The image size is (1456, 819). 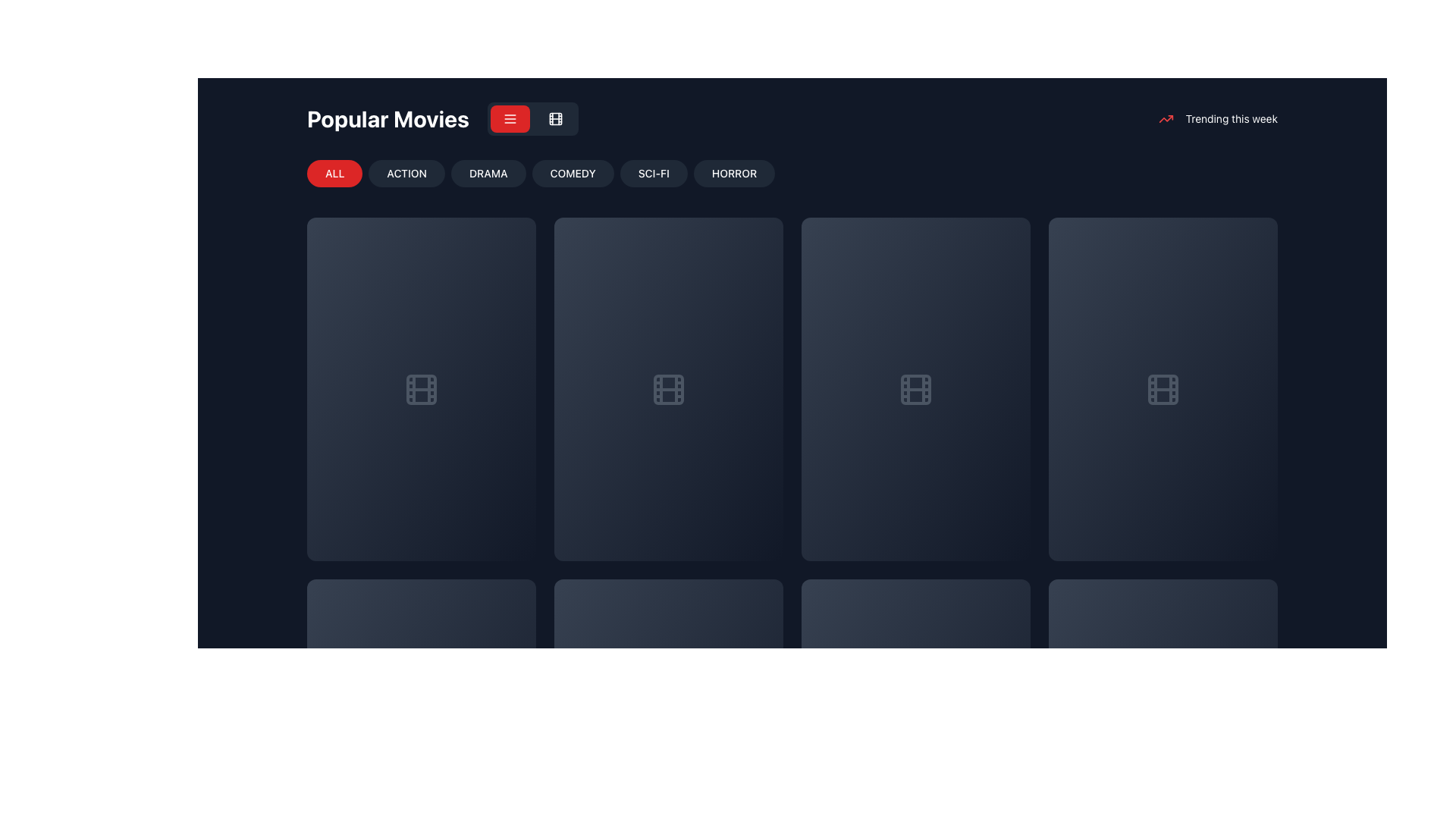 What do you see at coordinates (555, 118) in the screenshot?
I see `the second button in the row of toggle buttons located to the right of the 'Popular Movies' title` at bounding box center [555, 118].